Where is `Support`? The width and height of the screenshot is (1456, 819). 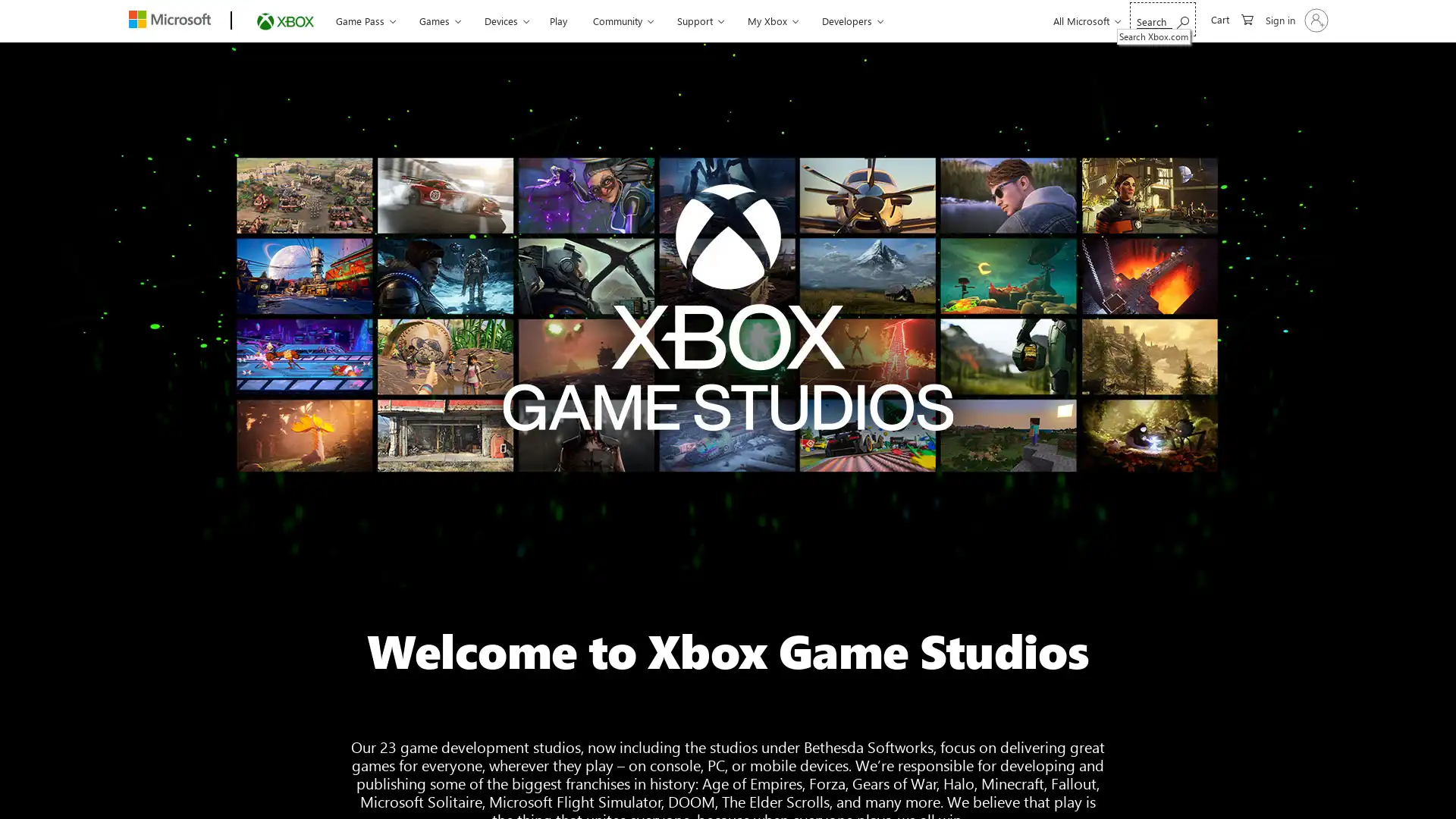
Support is located at coordinates (684, 20).